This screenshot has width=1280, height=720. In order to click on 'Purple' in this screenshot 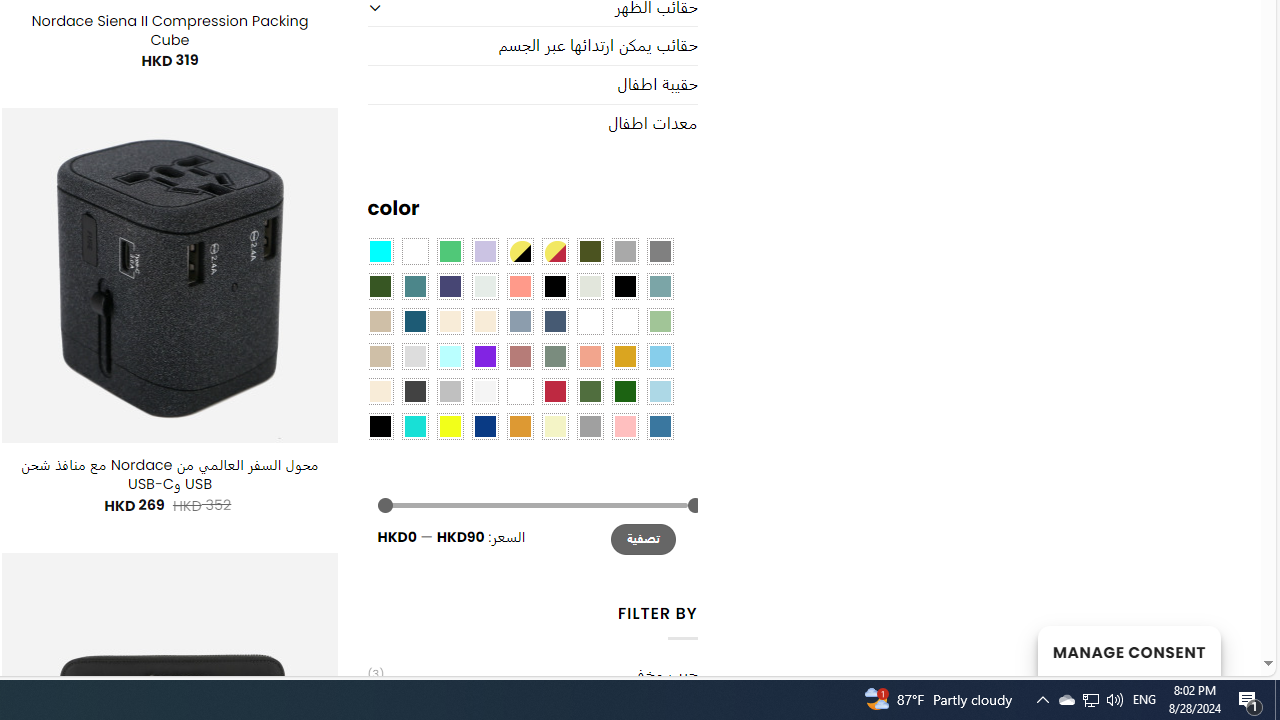, I will do `click(485, 354)`.